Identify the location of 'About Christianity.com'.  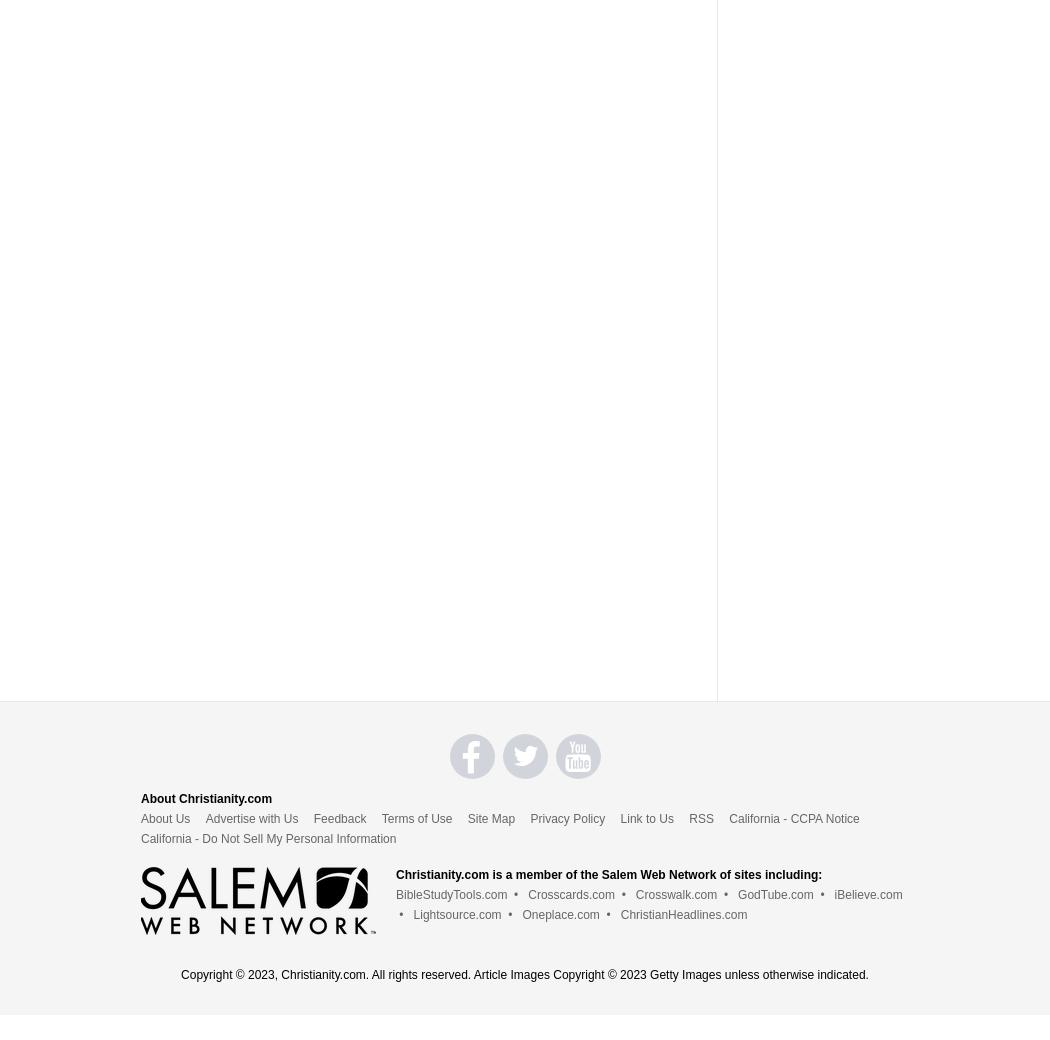
(205, 796).